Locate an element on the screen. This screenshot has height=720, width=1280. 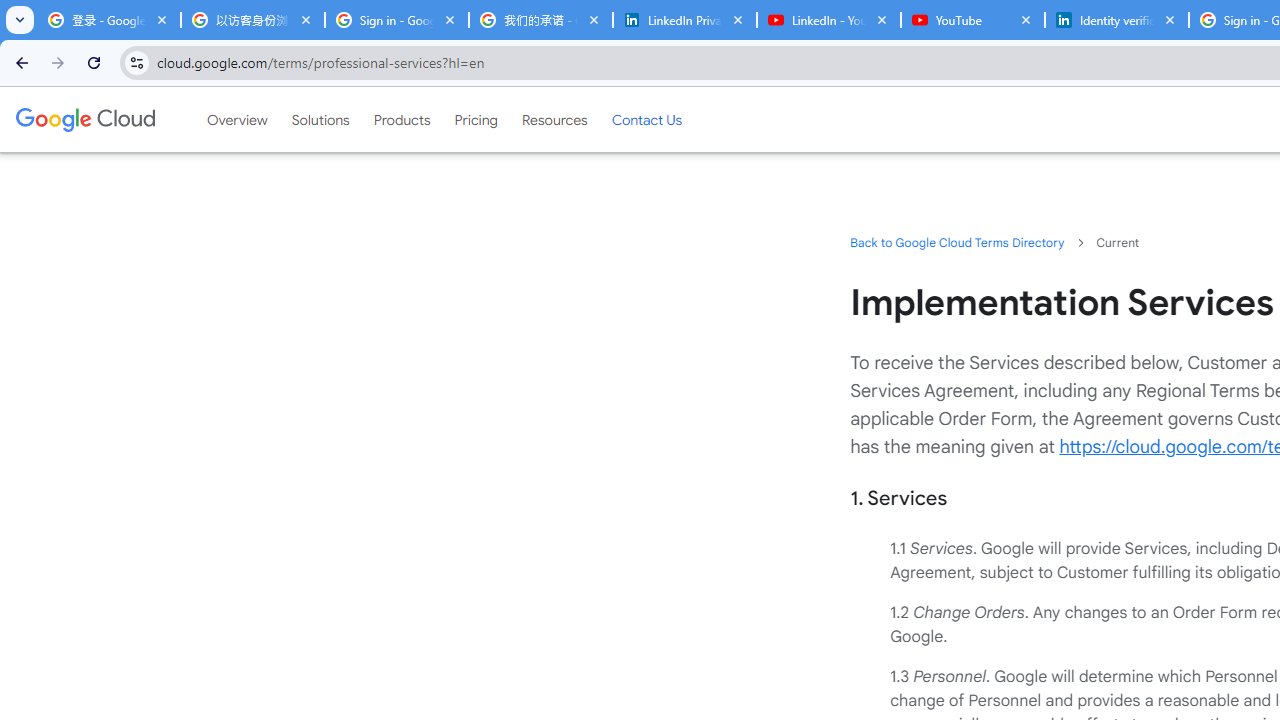
'Pricing' is located at coordinates (475, 119).